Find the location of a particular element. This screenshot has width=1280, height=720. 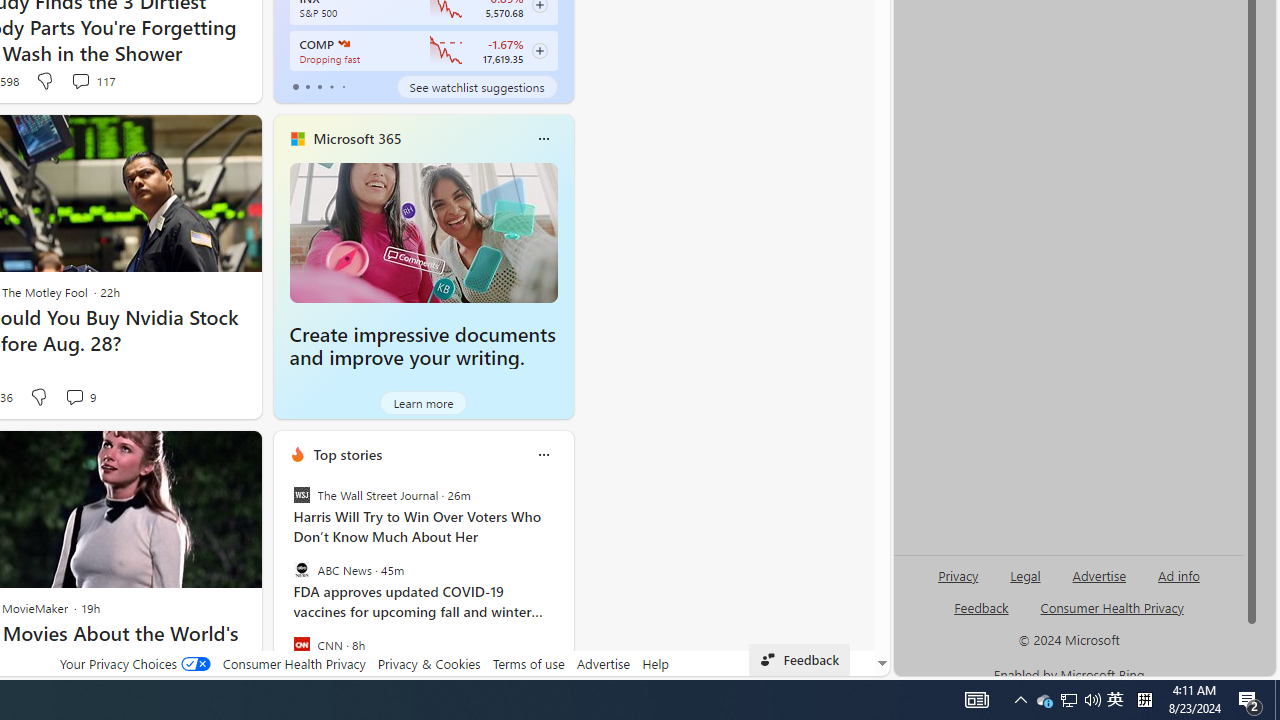

'Hide this story' is located at coordinates (201, 455).